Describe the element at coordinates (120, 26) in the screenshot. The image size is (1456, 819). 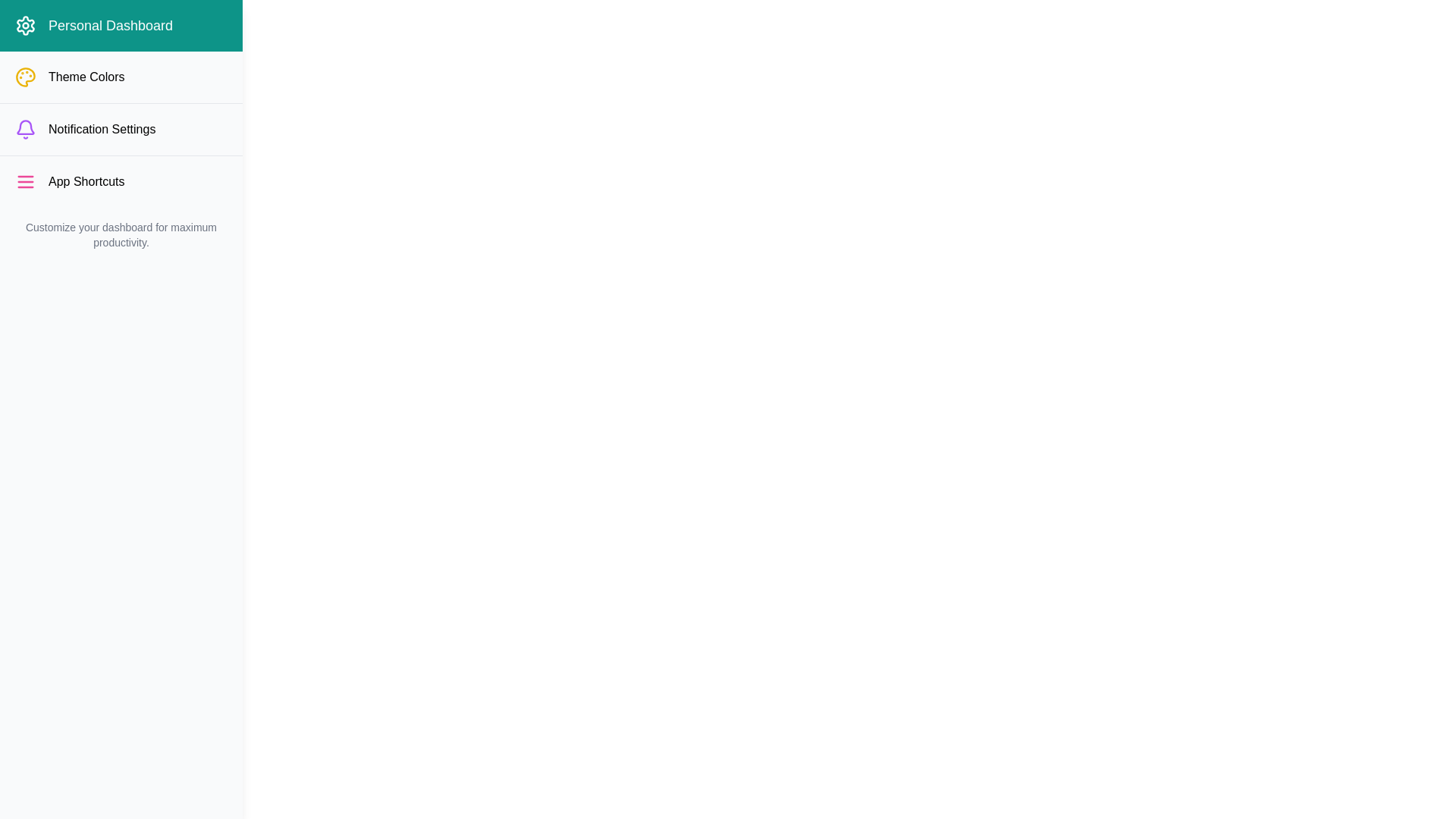
I see `the header area containing the icon and title` at that location.